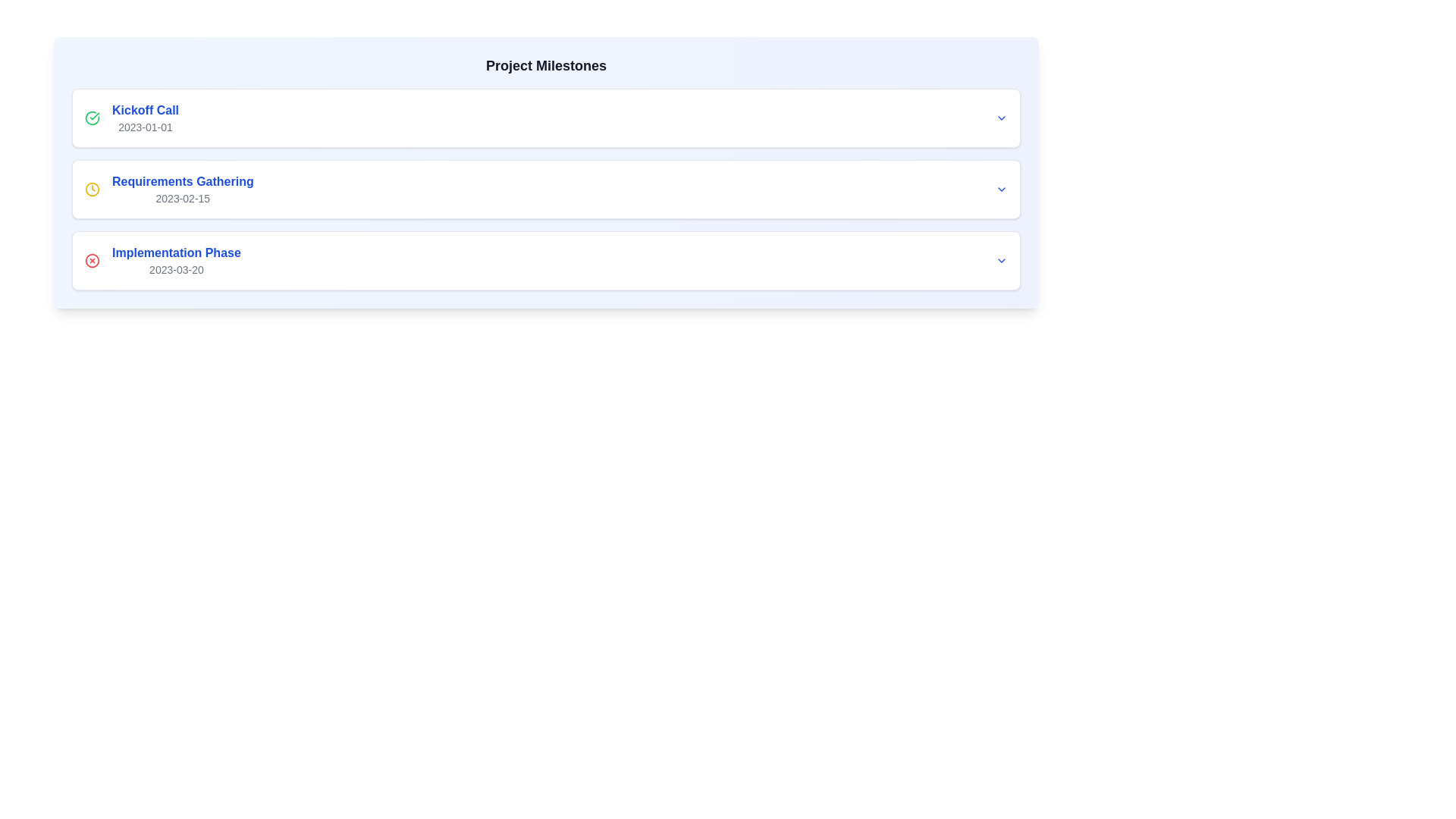  What do you see at coordinates (146, 117) in the screenshot?
I see `the text block displaying 'Kickoff Call' and '2023-01-01', which is styled in blue bold and smaller light gray text, located under 'Project Milestones'` at bounding box center [146, 117].